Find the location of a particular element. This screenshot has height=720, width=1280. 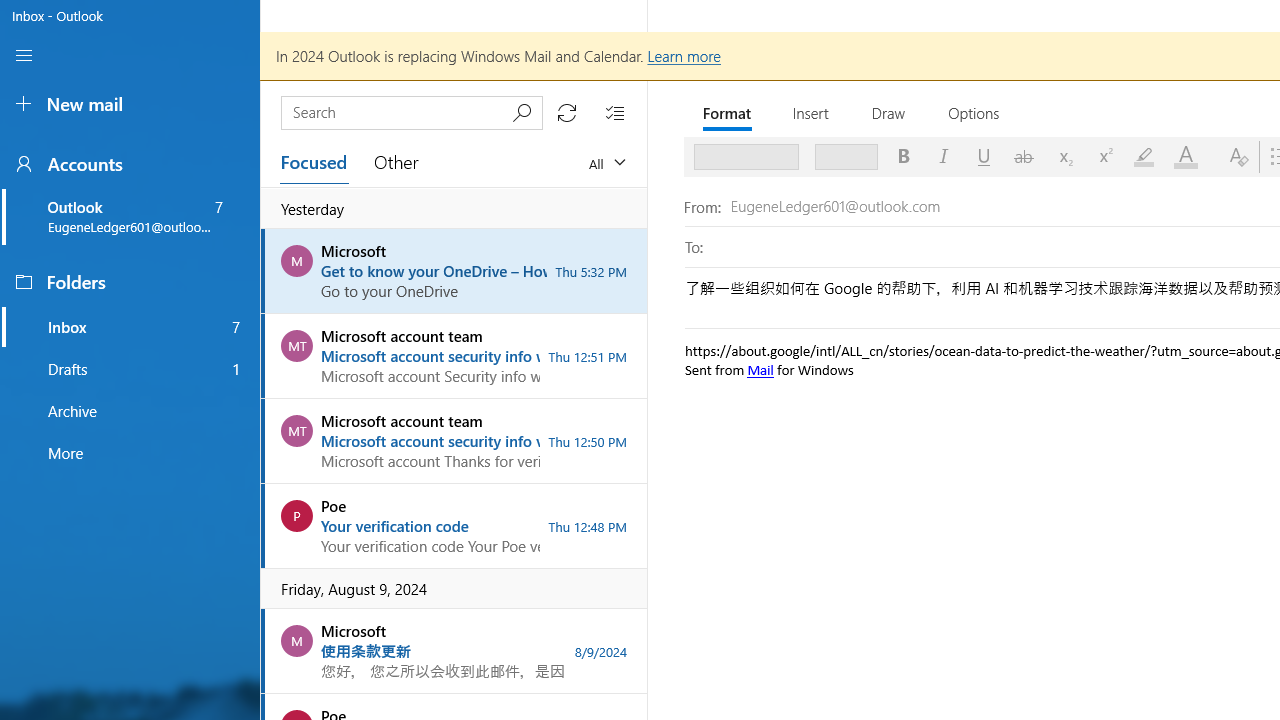

'Draw' is located at coordinates (889, 113).